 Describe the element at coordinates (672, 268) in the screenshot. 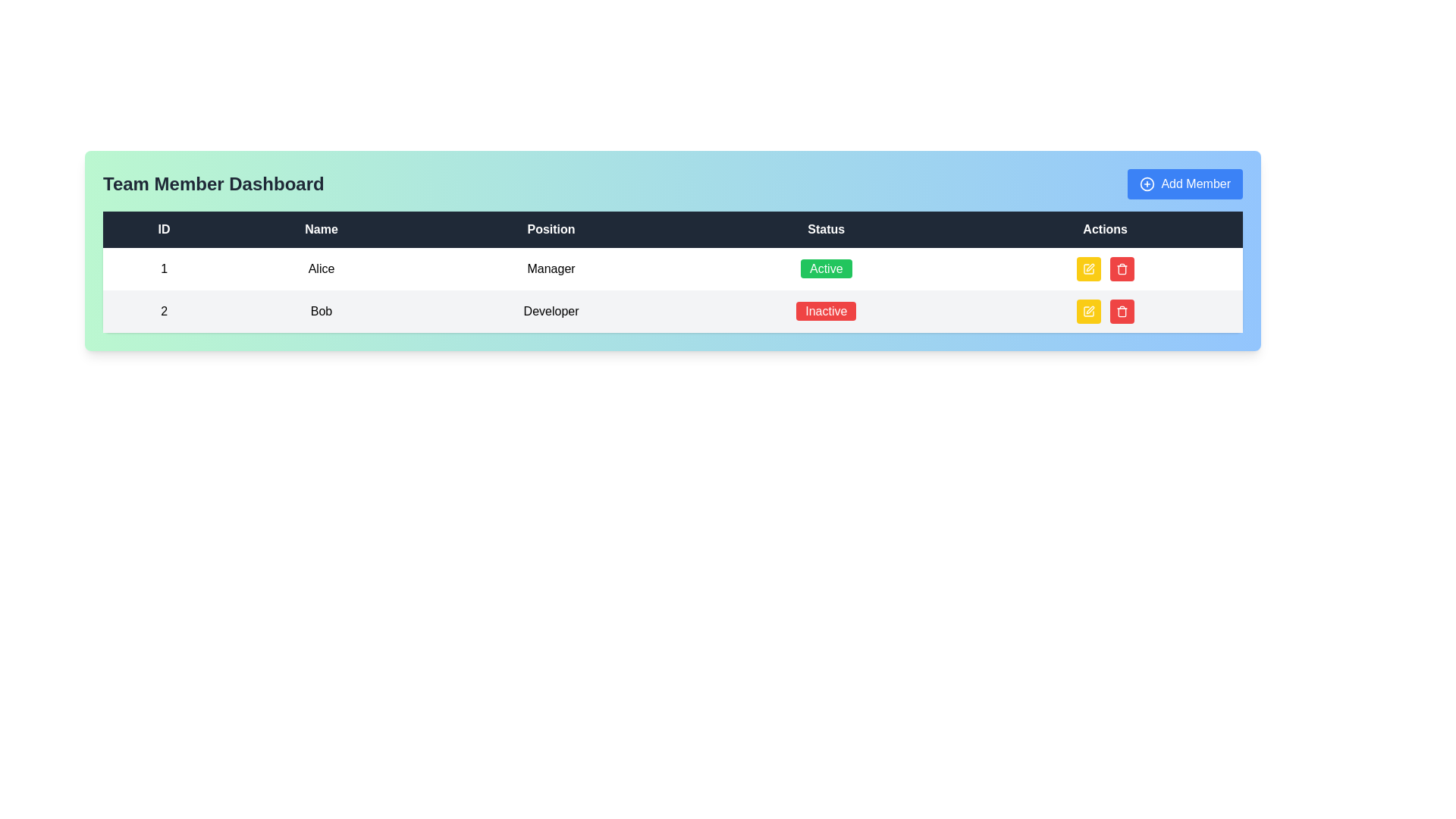

I see `the first table row representing the team member 'Alice'` at that location.